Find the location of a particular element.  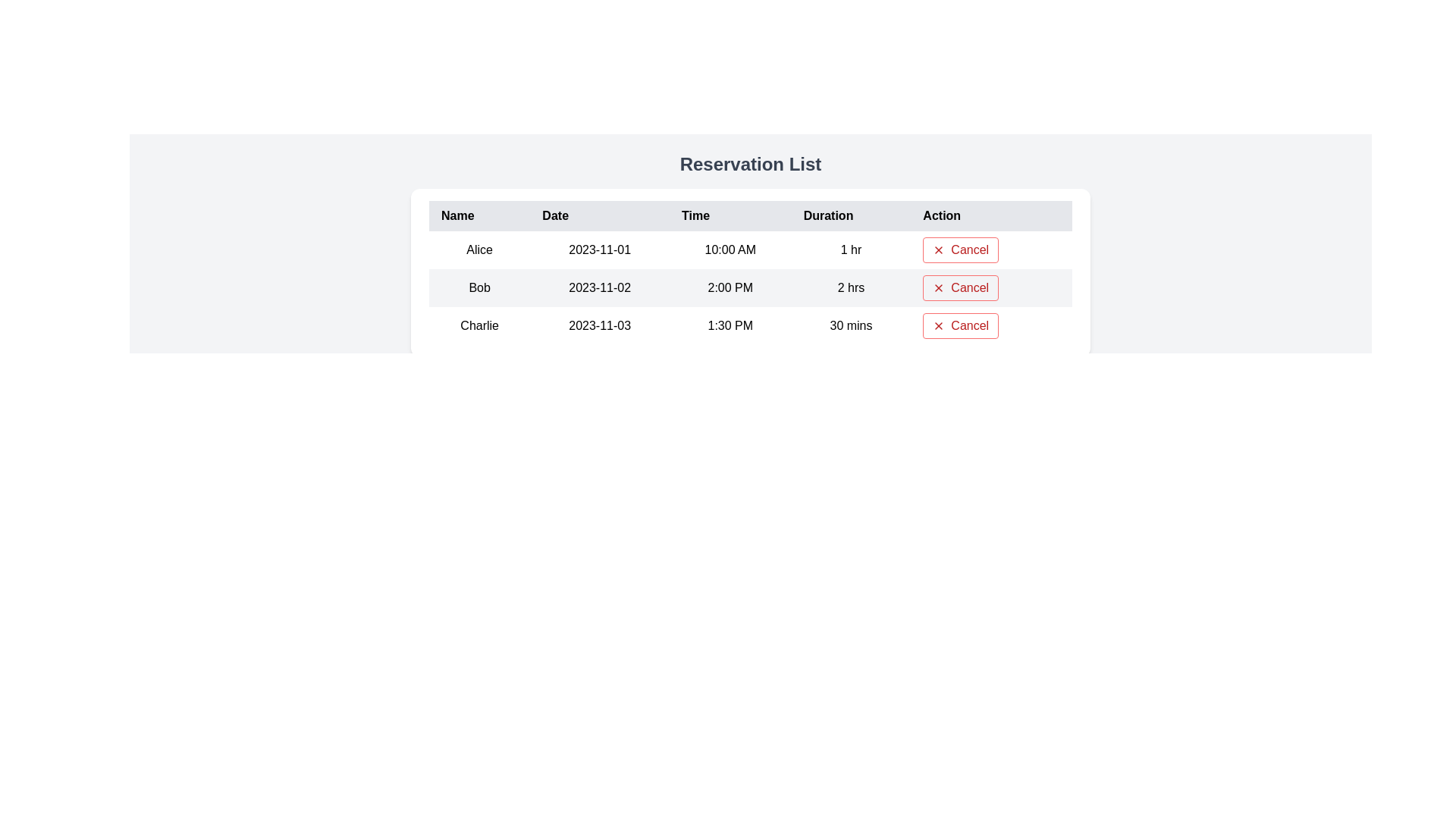

the table cell displaying the date '2023-11-03', which is located in the third row and second column of the reservation table is located at coordinates (599, 325).